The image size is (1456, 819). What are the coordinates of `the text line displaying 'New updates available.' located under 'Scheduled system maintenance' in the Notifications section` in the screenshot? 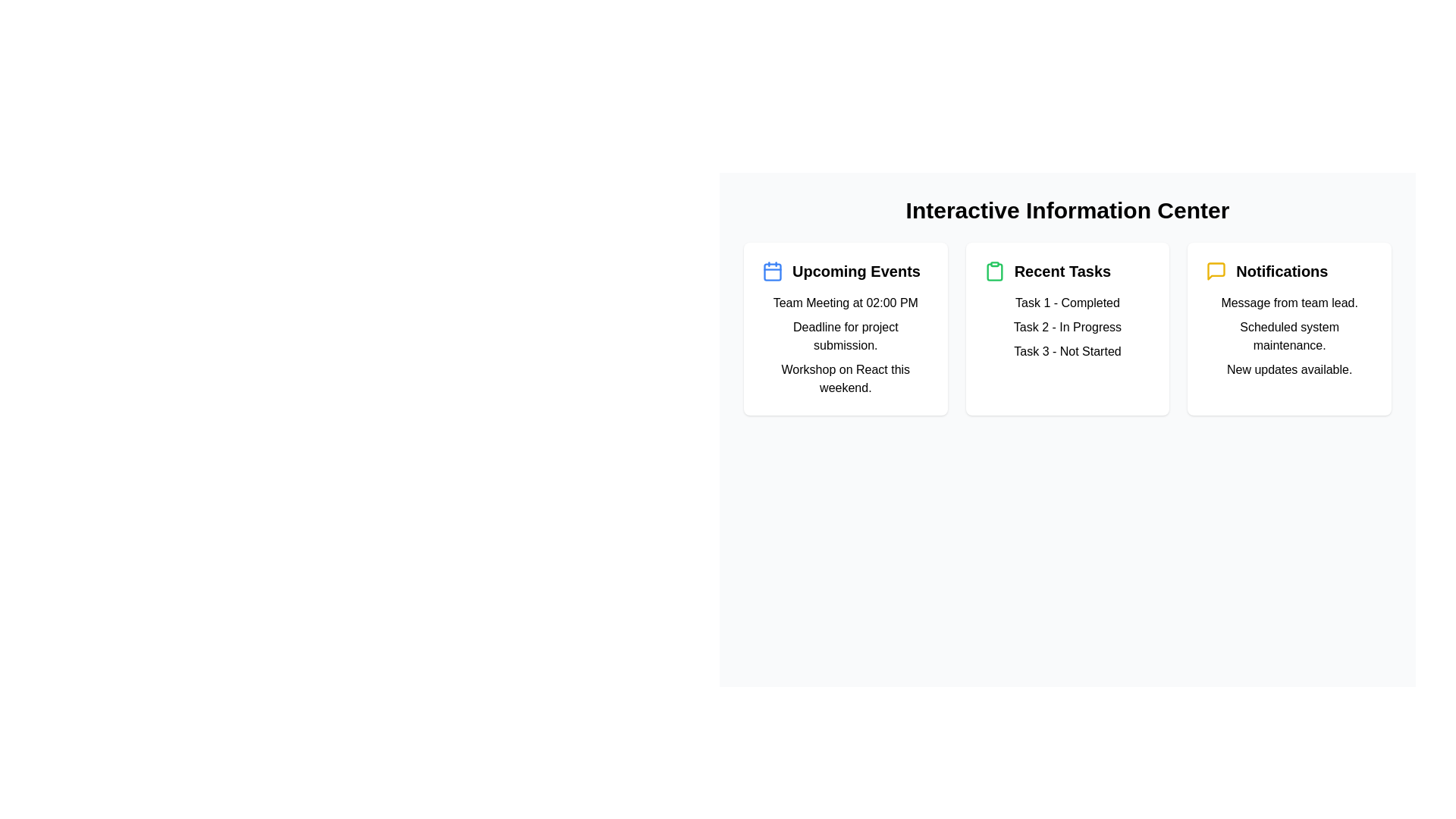 It's located at (1288, 370).